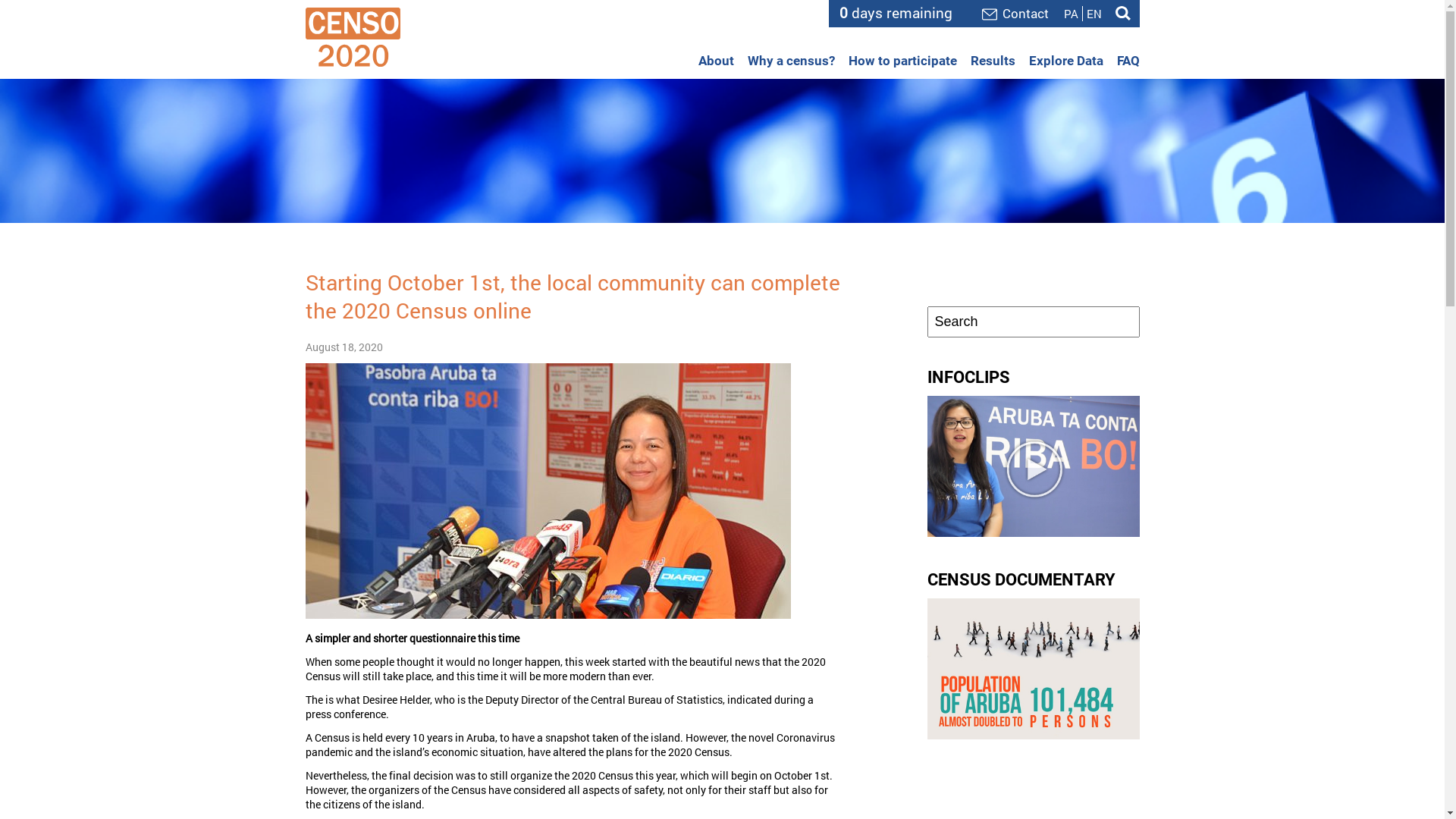 The width and height of the screenshot is (1456, 819). I want to click on 'Search', so click(1122, 14).